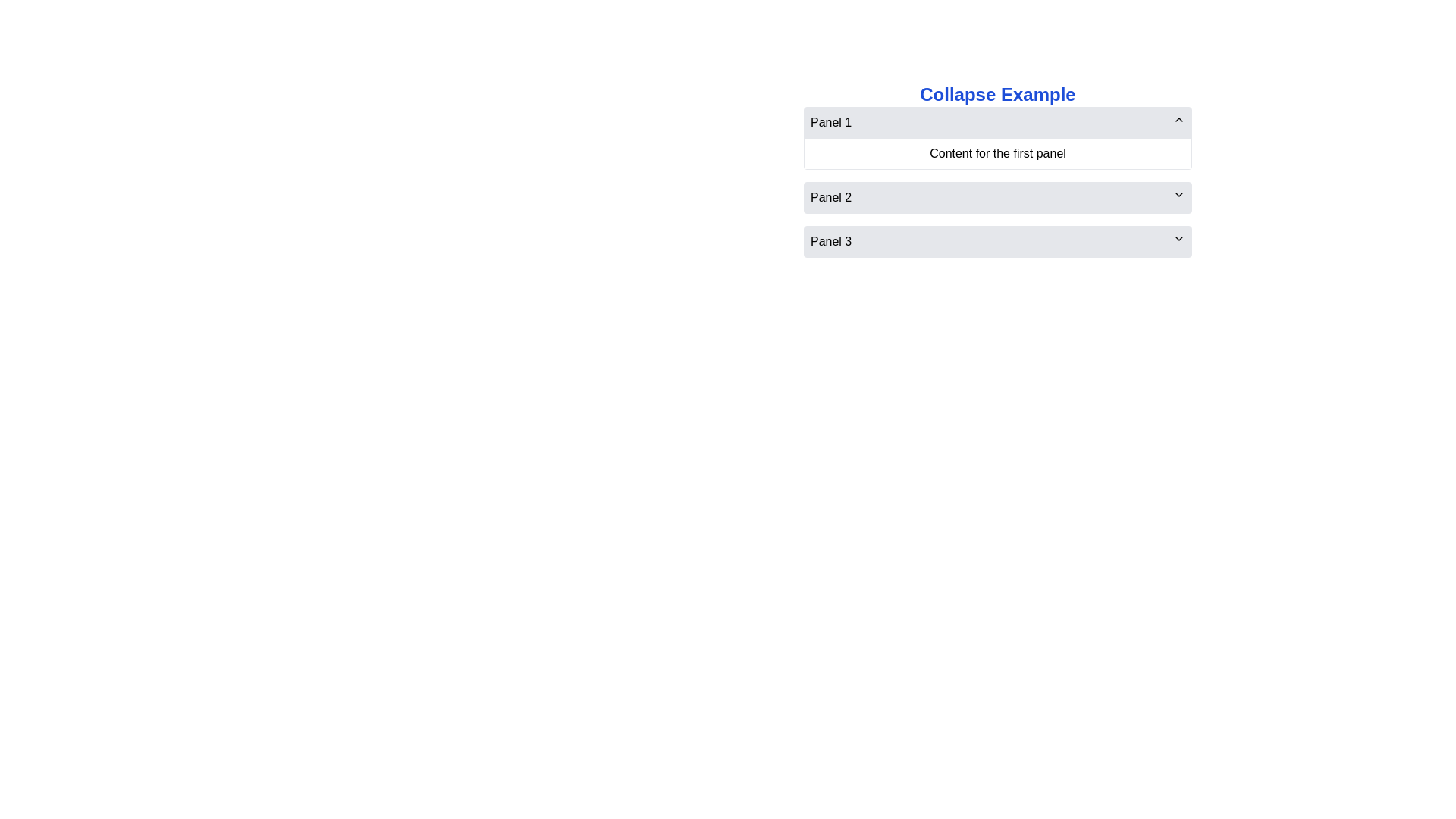 Image resolution: width=1456 pixels, height=819 pixels. I want to click on text displayed in the Text Label that shows 'Panel 2', which is part of the second collapsible panel in a list of panels, so click(830, 197).